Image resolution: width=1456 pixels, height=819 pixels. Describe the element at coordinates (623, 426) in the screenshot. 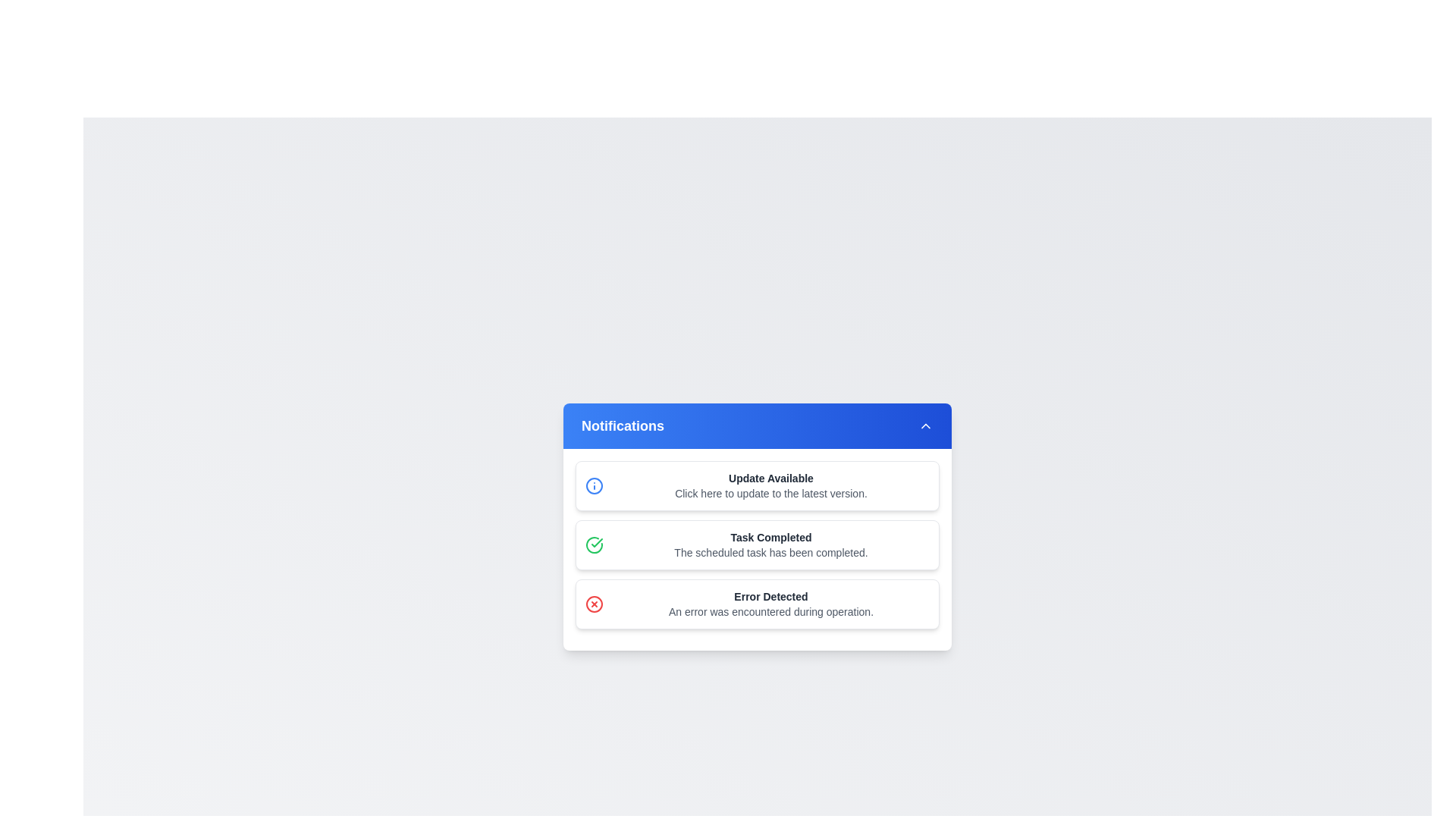

I see `text from the Notifications text label, which is displayed in a bold, large font on a blue gradient background in the header area` at that location.